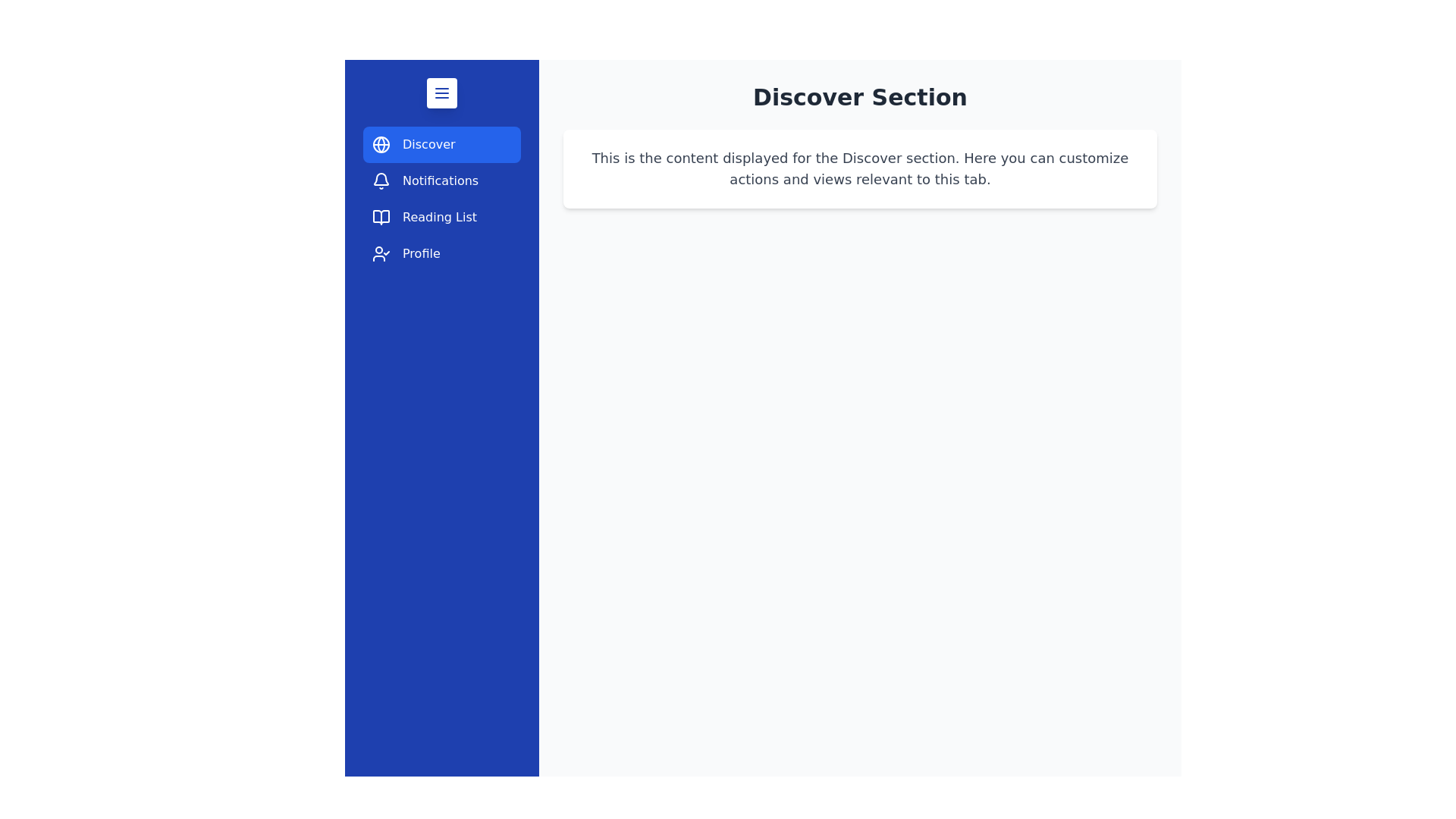  Describe the element at coordinates (441, 180) in the screenshot. I see `the tab labeled Notifications to navigate to its section` at that location.